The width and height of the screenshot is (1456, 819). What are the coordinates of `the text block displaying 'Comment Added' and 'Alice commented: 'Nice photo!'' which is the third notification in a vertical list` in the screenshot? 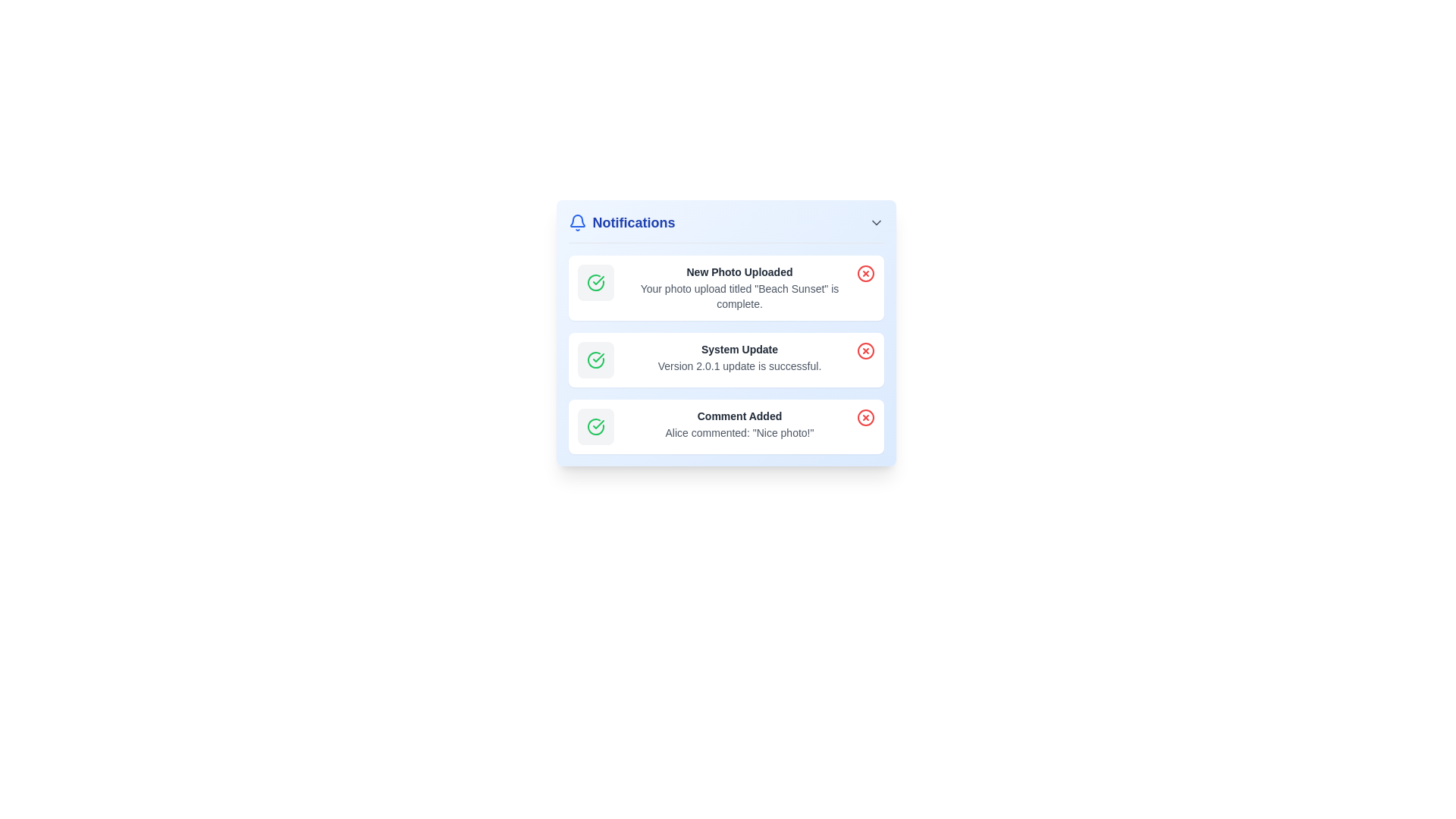 It's located at (739, 424).